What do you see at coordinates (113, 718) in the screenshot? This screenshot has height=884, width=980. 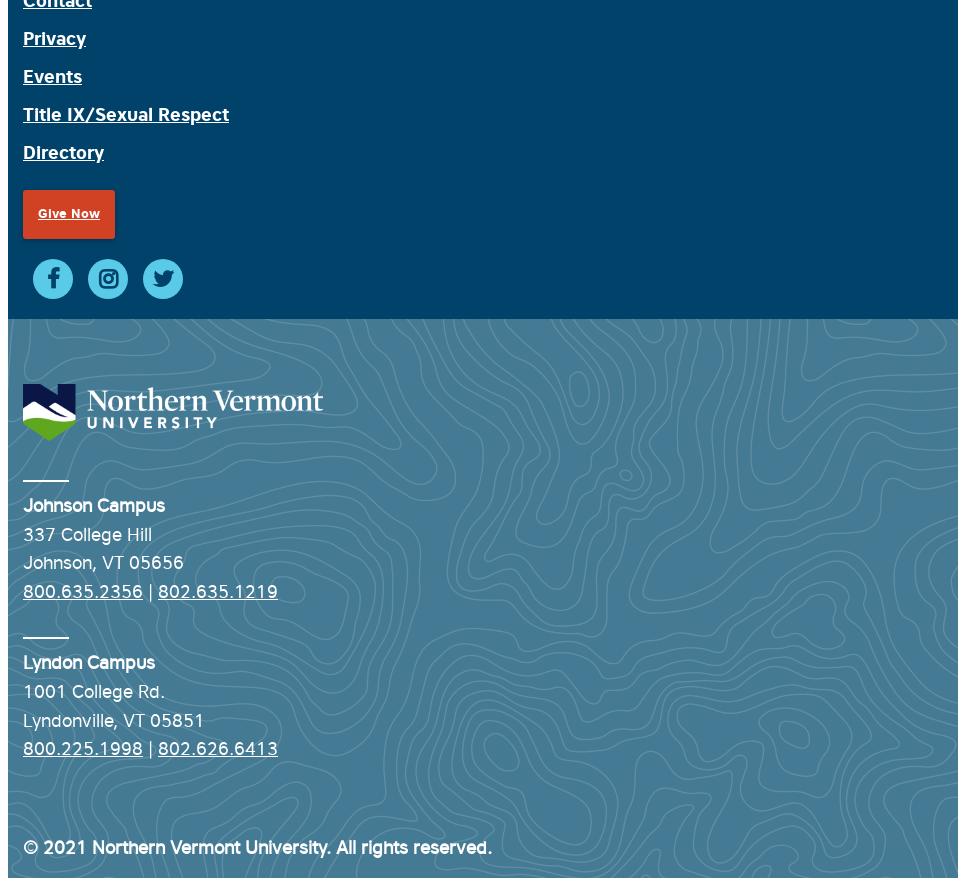 I see `'Lyndonville, VT 05851'` at bounding box center [113, 718].